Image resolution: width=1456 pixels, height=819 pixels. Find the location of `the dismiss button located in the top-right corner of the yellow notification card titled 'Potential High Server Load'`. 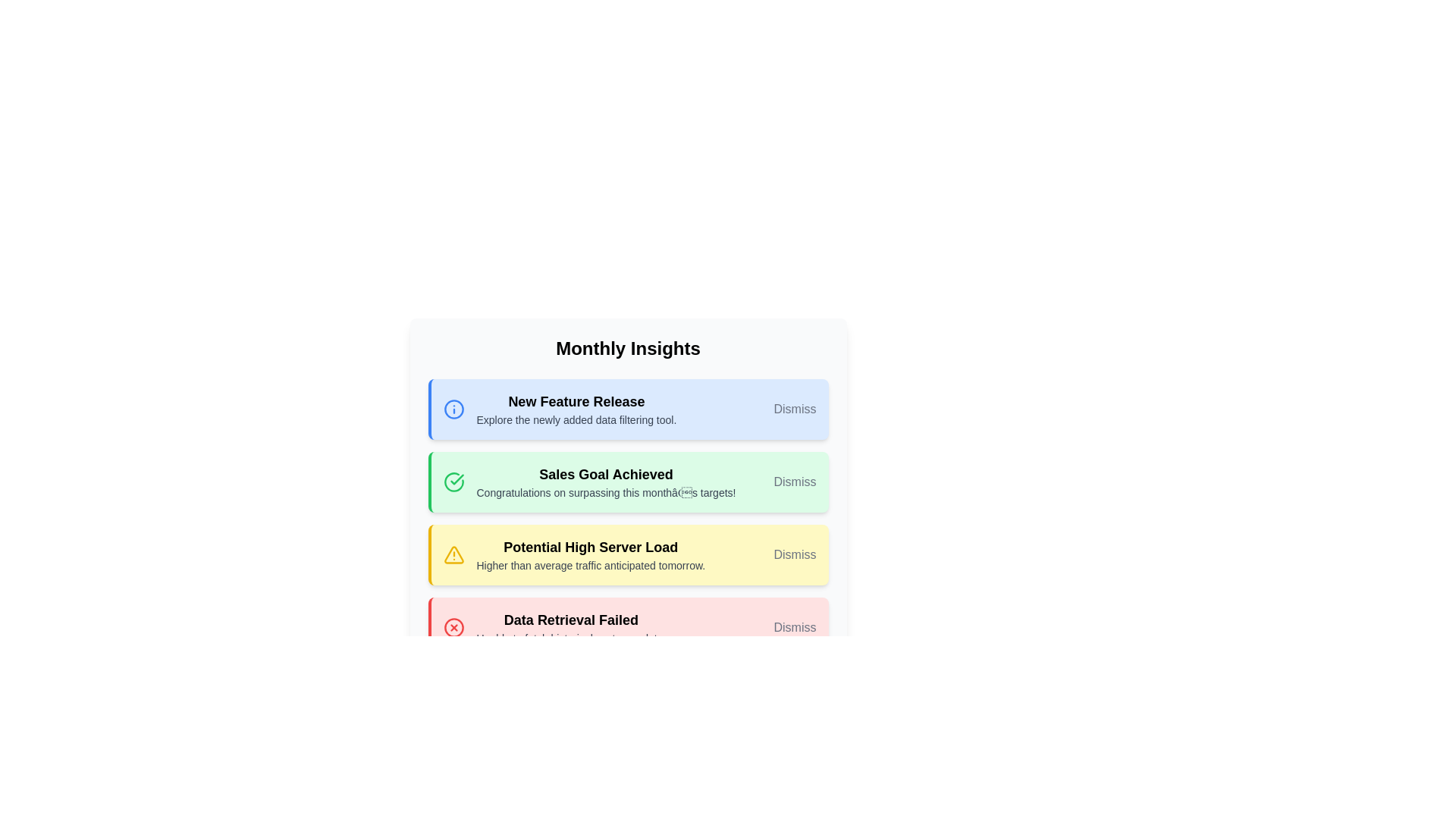

the dismiss button located in the top-right corner of the yellow notification card titled 'Potential High Server Load' is located at coordinates (794, 555).